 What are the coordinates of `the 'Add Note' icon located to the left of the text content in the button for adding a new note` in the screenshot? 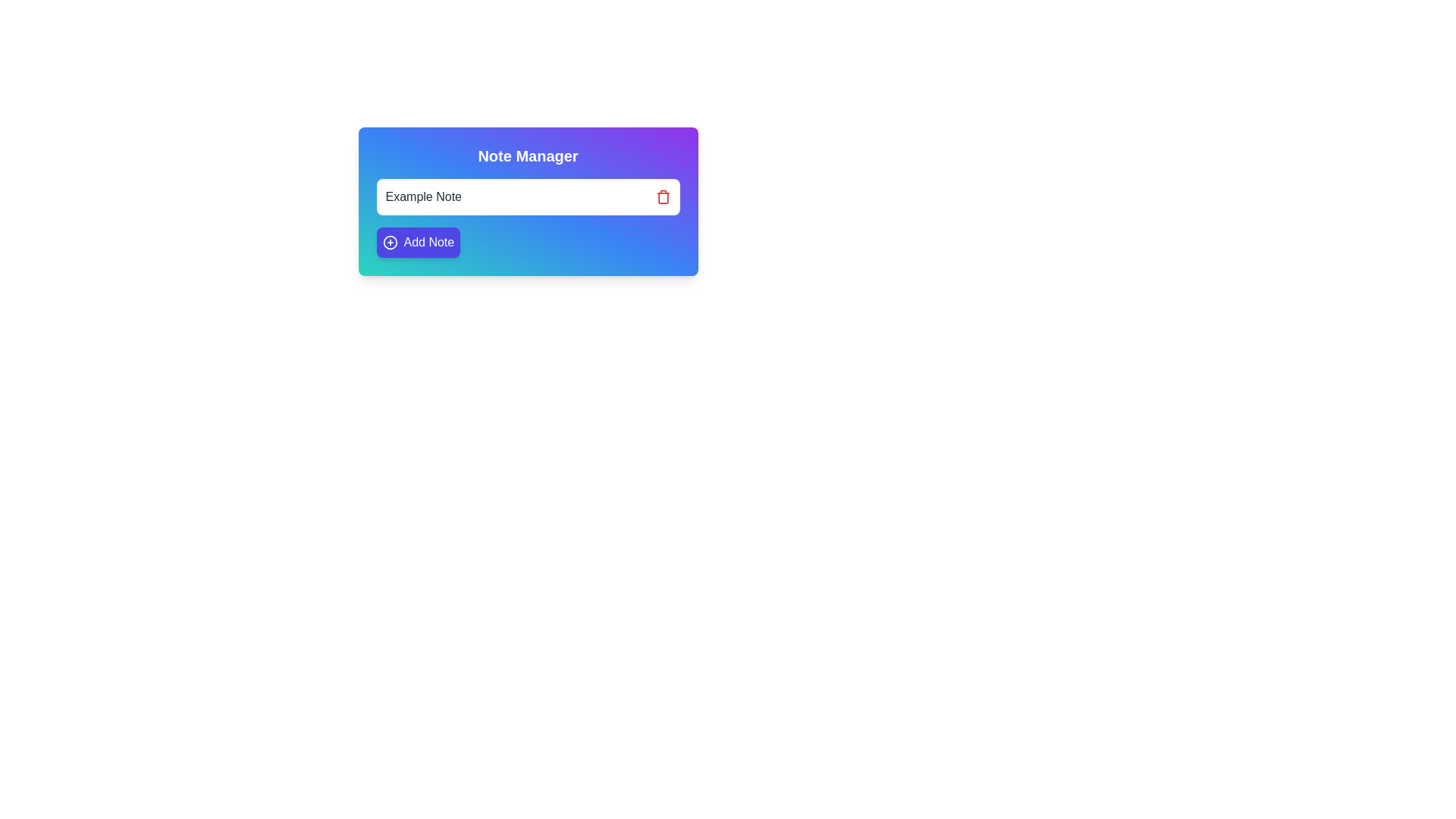 It's located at (390, 242).